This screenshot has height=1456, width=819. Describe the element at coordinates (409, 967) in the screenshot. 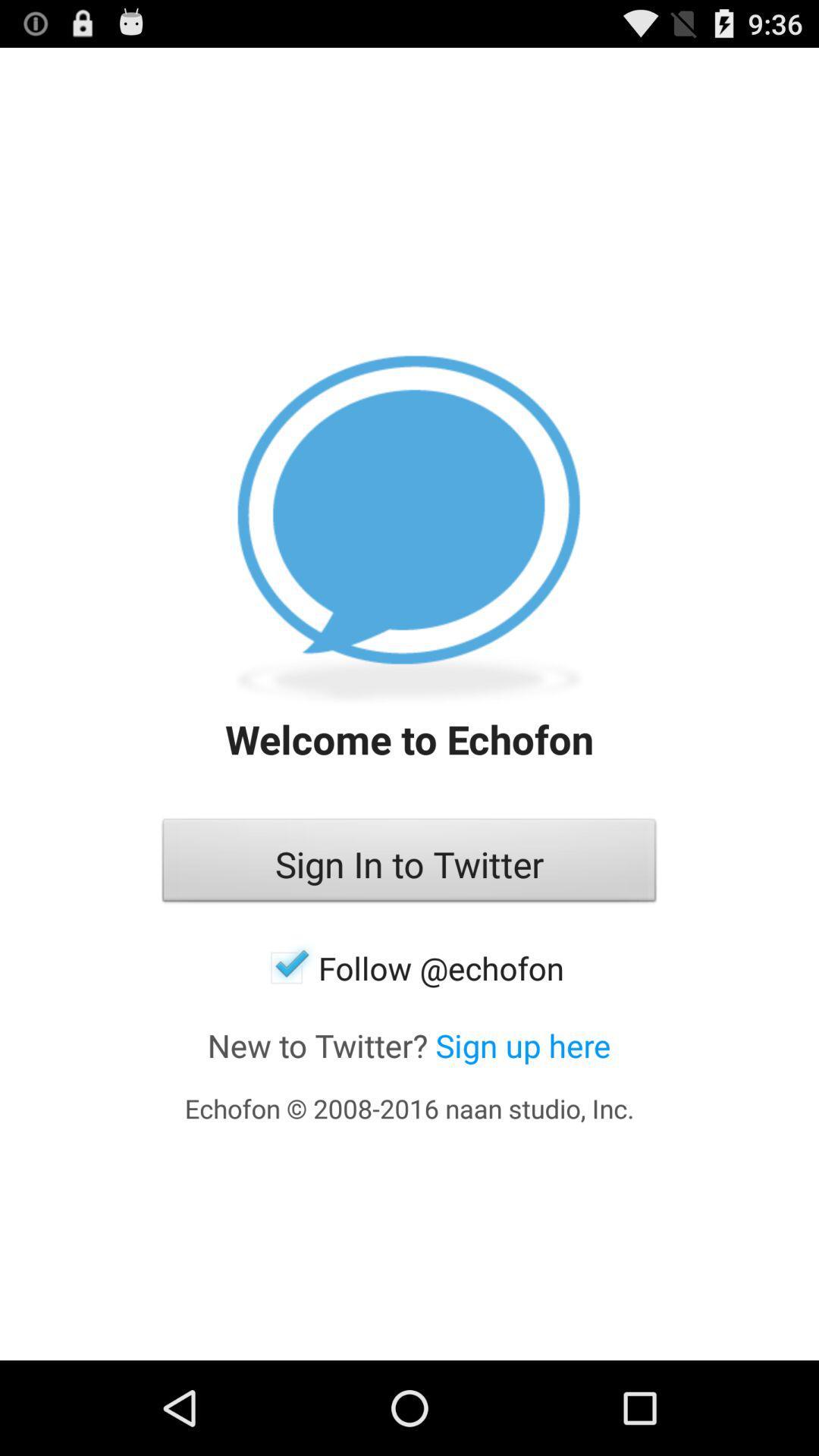

I see `the follow @echofon` at that location.